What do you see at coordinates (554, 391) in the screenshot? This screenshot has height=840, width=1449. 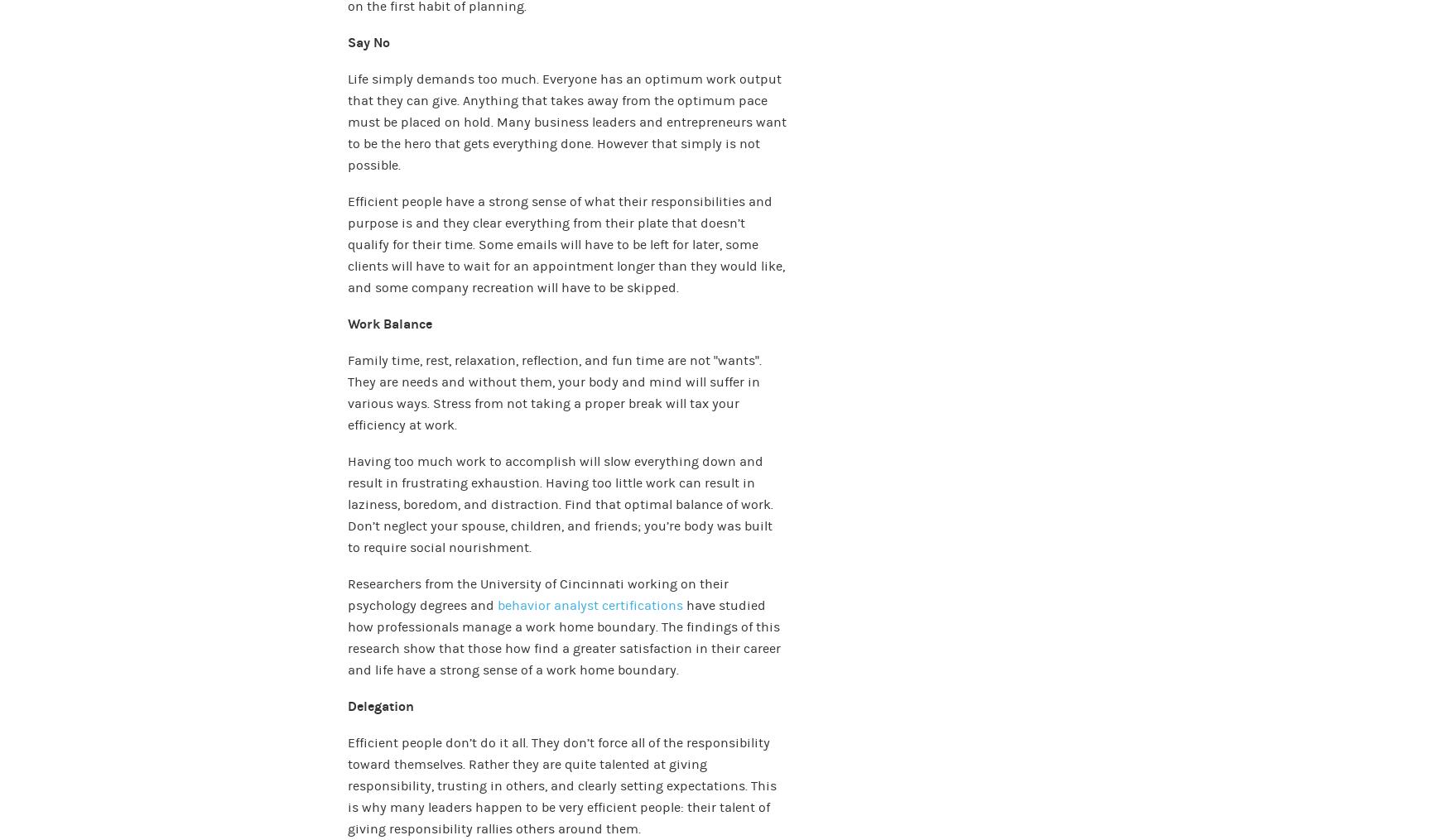 I see `'Family time, rest, relaxation, reflection, and fun time are not “wants”. They are needs and without them, your body and mind will suffer in various ways. Stress from not taking a proper break will tax your efficiency at work.'` at bounding box center [554, 391].